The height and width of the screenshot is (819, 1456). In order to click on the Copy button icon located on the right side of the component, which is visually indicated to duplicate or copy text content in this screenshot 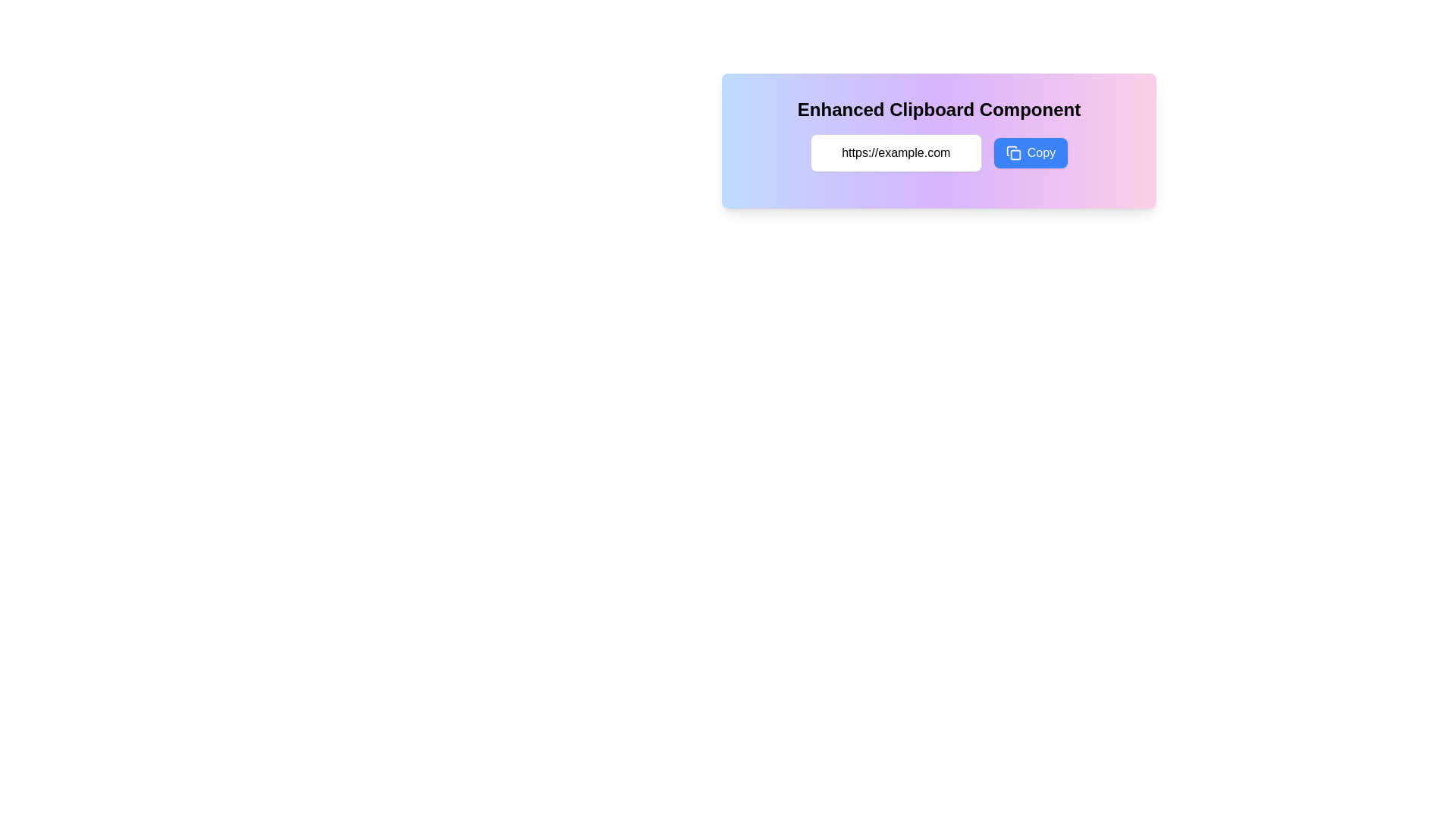, I will do `click(1013, 152)`.